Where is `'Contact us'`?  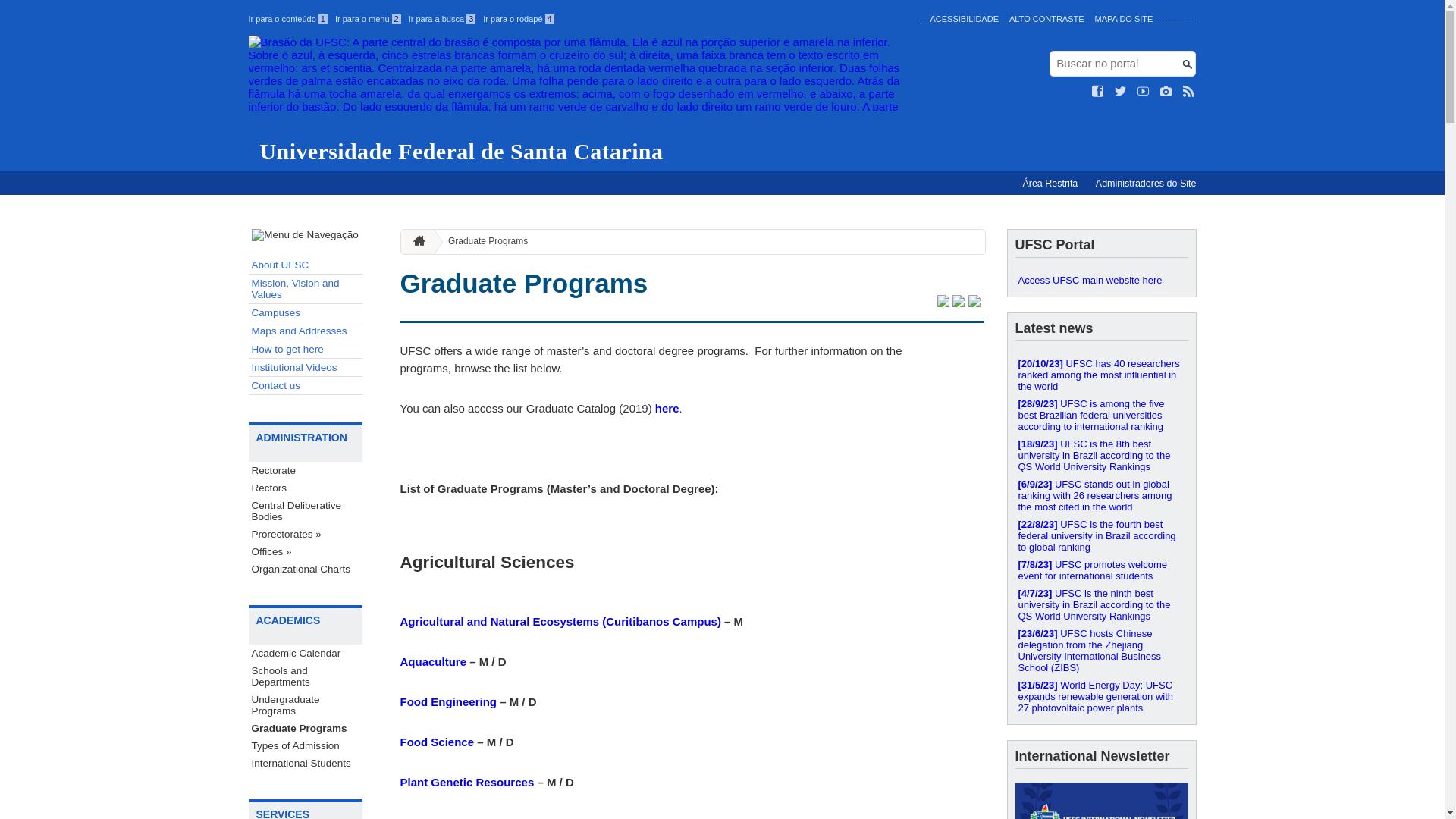
'Contact us' is located at coordinates (305, 385).